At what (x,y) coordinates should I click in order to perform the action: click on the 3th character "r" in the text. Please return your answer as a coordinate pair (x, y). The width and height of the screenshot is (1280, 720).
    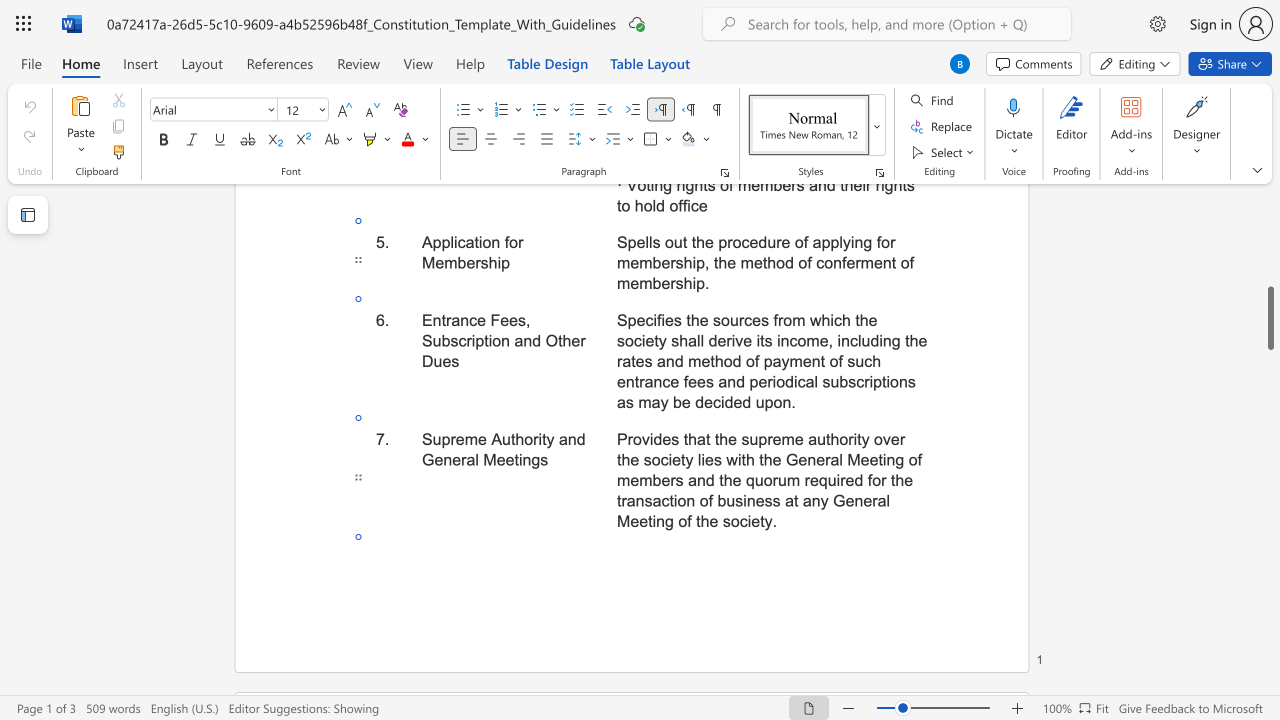
    Looking at the image, I should click on (462, 460).